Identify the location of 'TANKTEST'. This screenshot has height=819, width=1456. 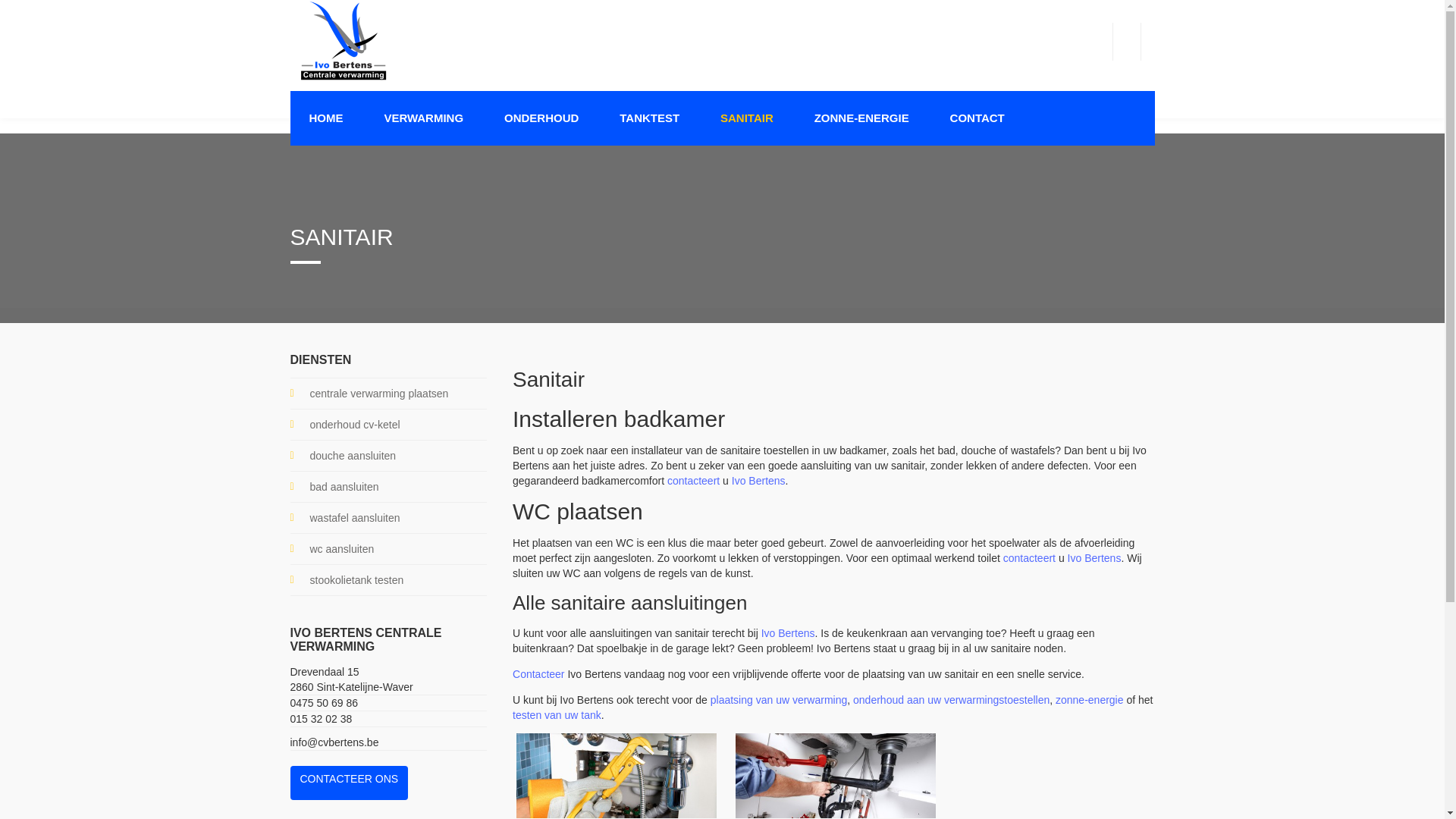
(649, 117).